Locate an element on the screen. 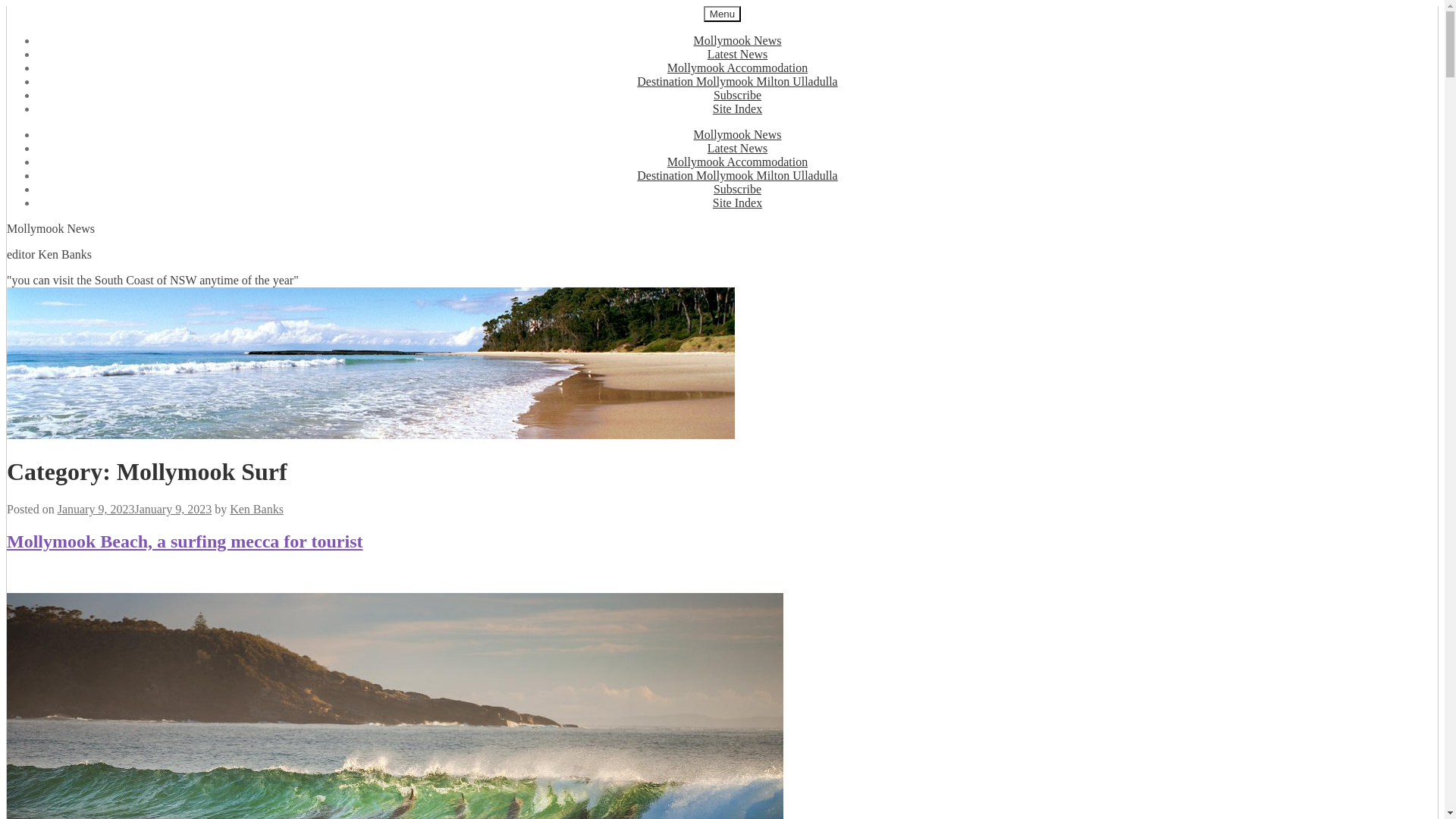 Image resolution: width=1456 pixels, height=819 pixels. 'Latest News' is located at coordinates (738, 53).